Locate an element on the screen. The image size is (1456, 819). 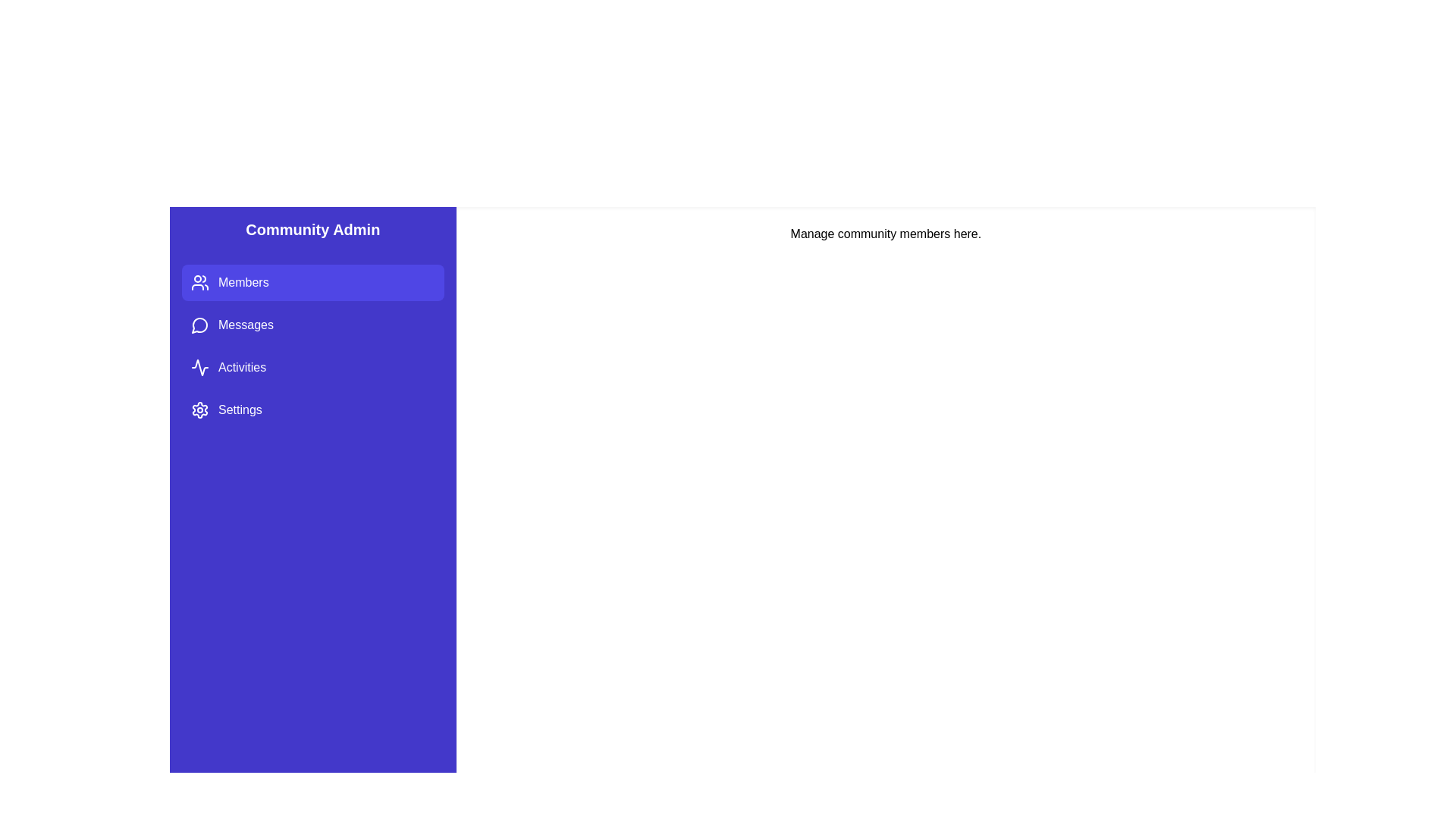
the 'Messages' button in the vertical navigation menu, which is the second item below 'Members' and above 'Activities' is located at coordinates (312, 324).